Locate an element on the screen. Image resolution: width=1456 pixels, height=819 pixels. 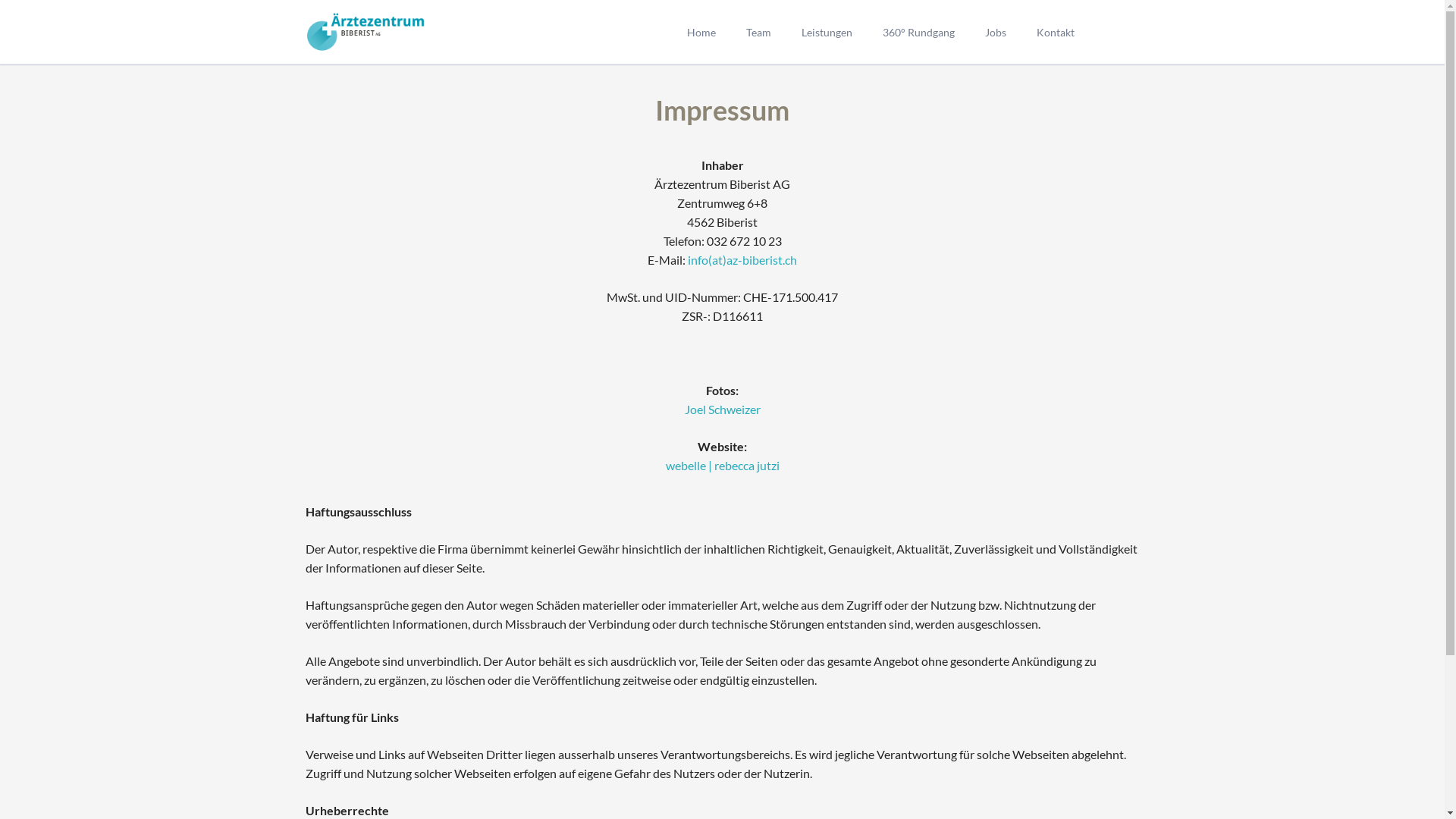
'Kontakt' is located at coordinates (1020, 32).